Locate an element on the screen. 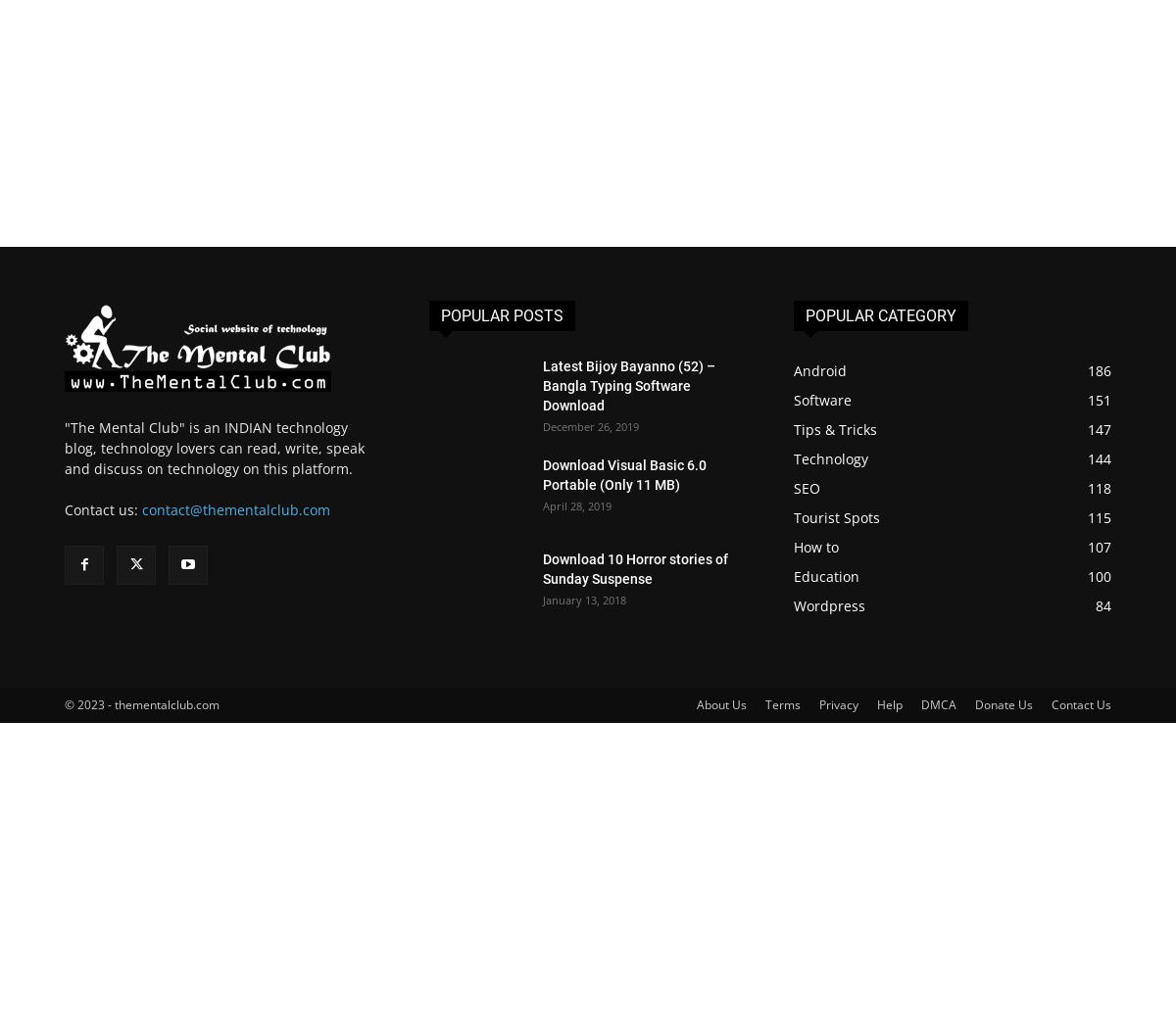 This screenshot has height=1010, width=1176. 'contact@thementalclub.com' is located at coordinates (234, 507).